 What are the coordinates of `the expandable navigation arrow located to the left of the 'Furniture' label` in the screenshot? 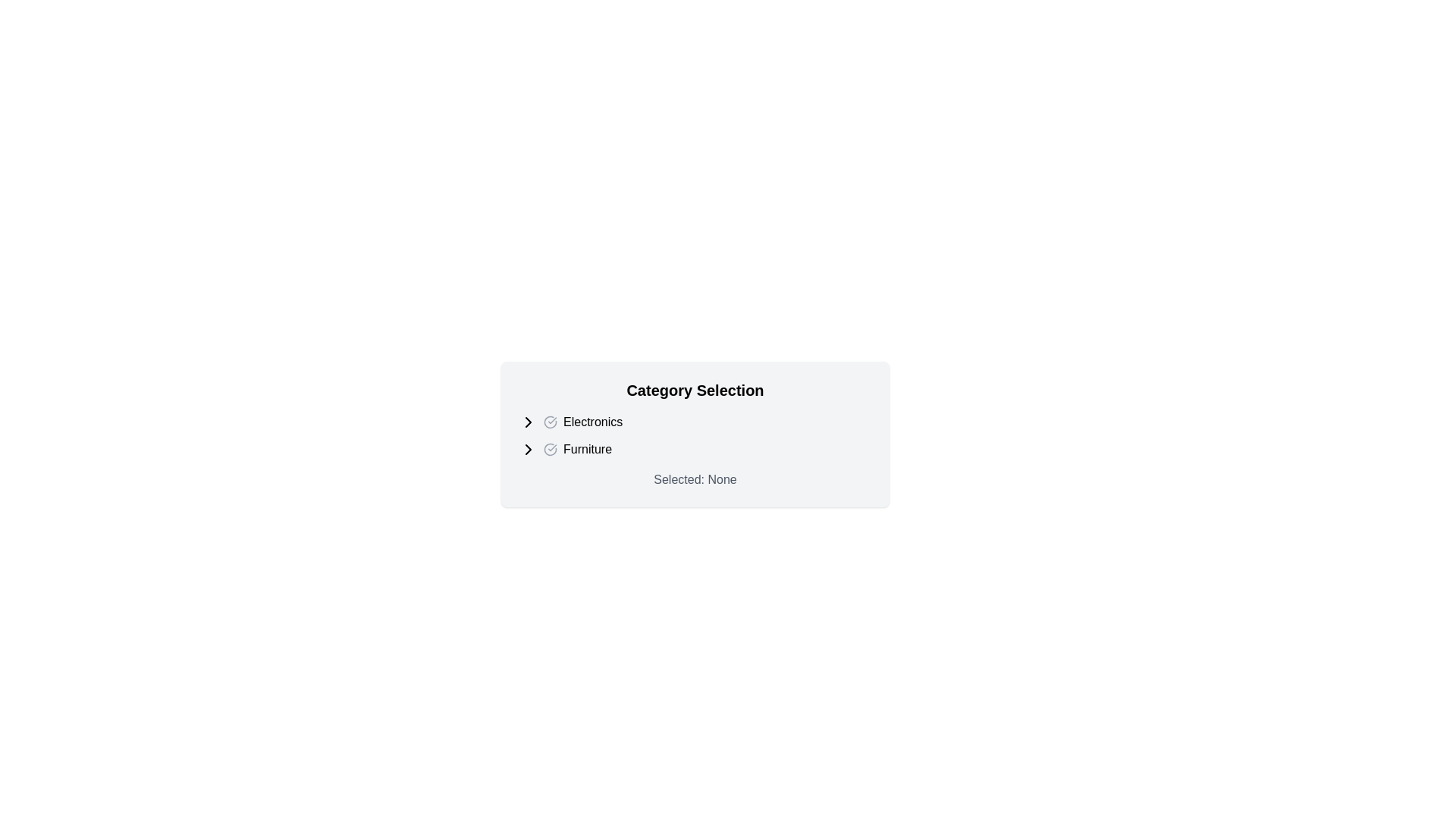 It's located at (528, 449).